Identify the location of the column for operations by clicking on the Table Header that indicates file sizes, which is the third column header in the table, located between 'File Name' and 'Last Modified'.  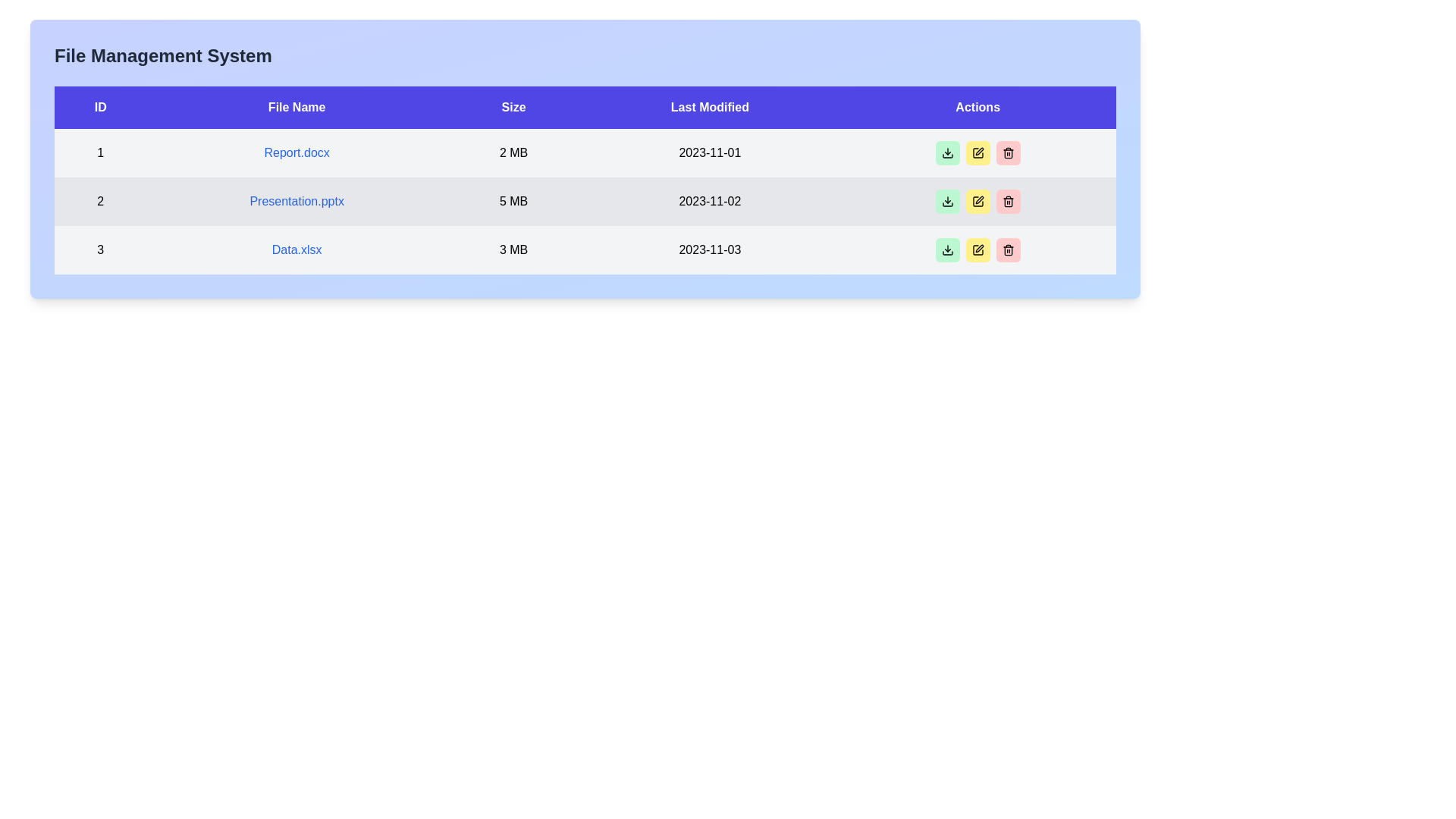
(513, 107).